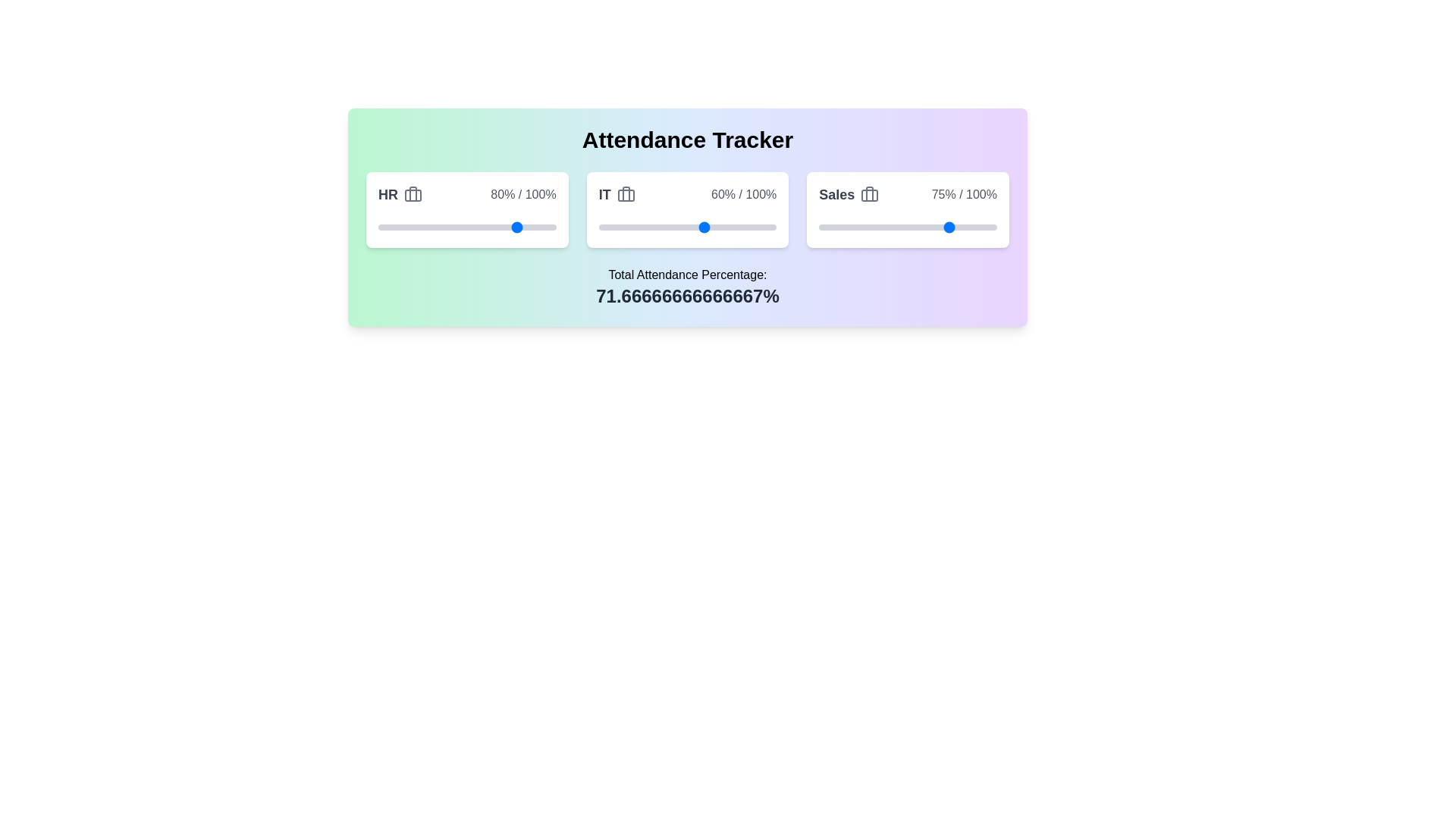 The width and height of the screenshot is (1456, 819). What do you see at coordinates (687, 296) in the screenshot?
I see `the bold text displaying '71.66666666666667%' which is located below the label 'Total Attendance Percentage:' in a dark gray color on a pastel gradient background` at bounding box center [687, 296].